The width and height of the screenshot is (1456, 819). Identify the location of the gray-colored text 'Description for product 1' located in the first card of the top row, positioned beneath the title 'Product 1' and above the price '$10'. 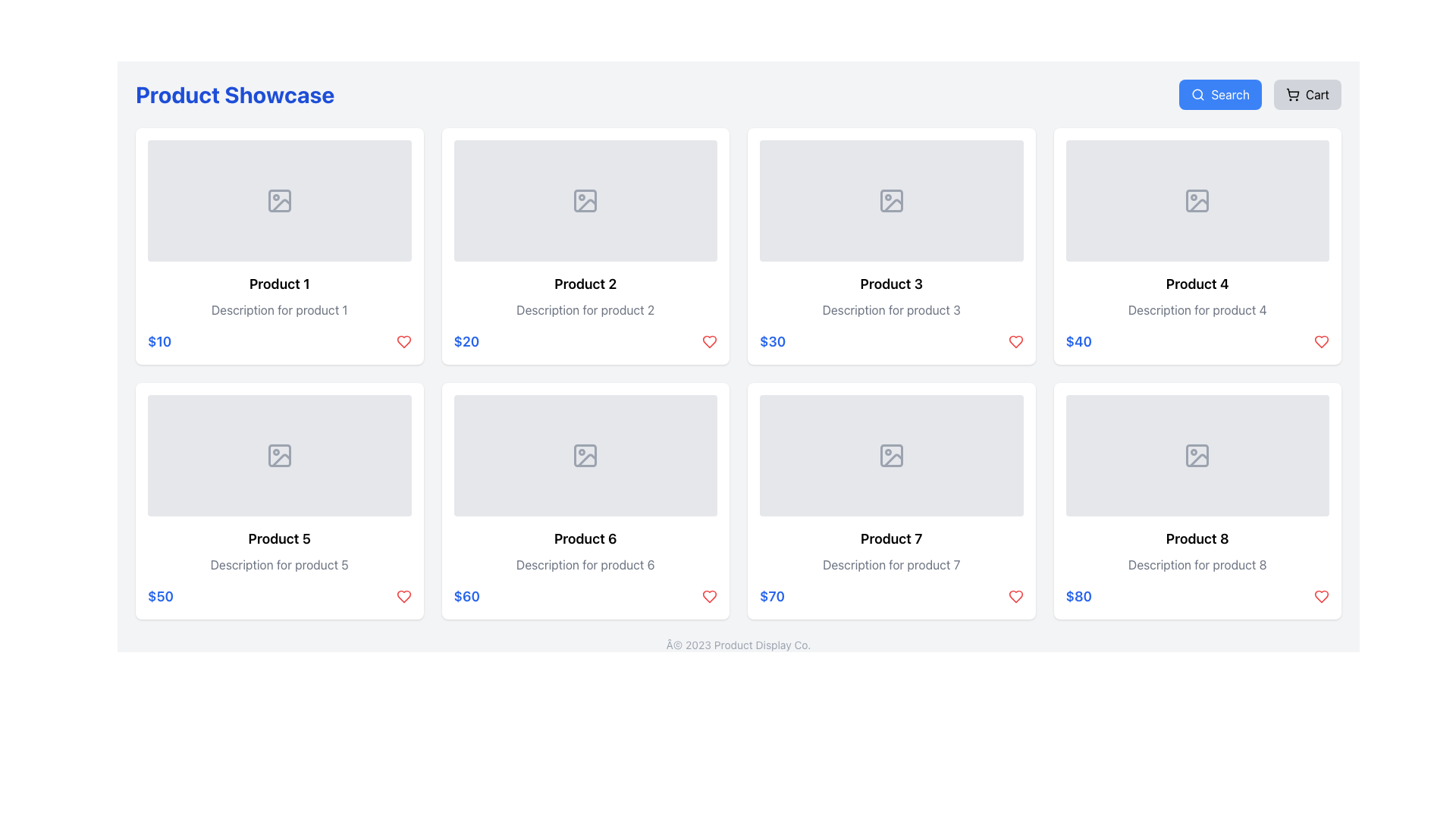
(279, 309).